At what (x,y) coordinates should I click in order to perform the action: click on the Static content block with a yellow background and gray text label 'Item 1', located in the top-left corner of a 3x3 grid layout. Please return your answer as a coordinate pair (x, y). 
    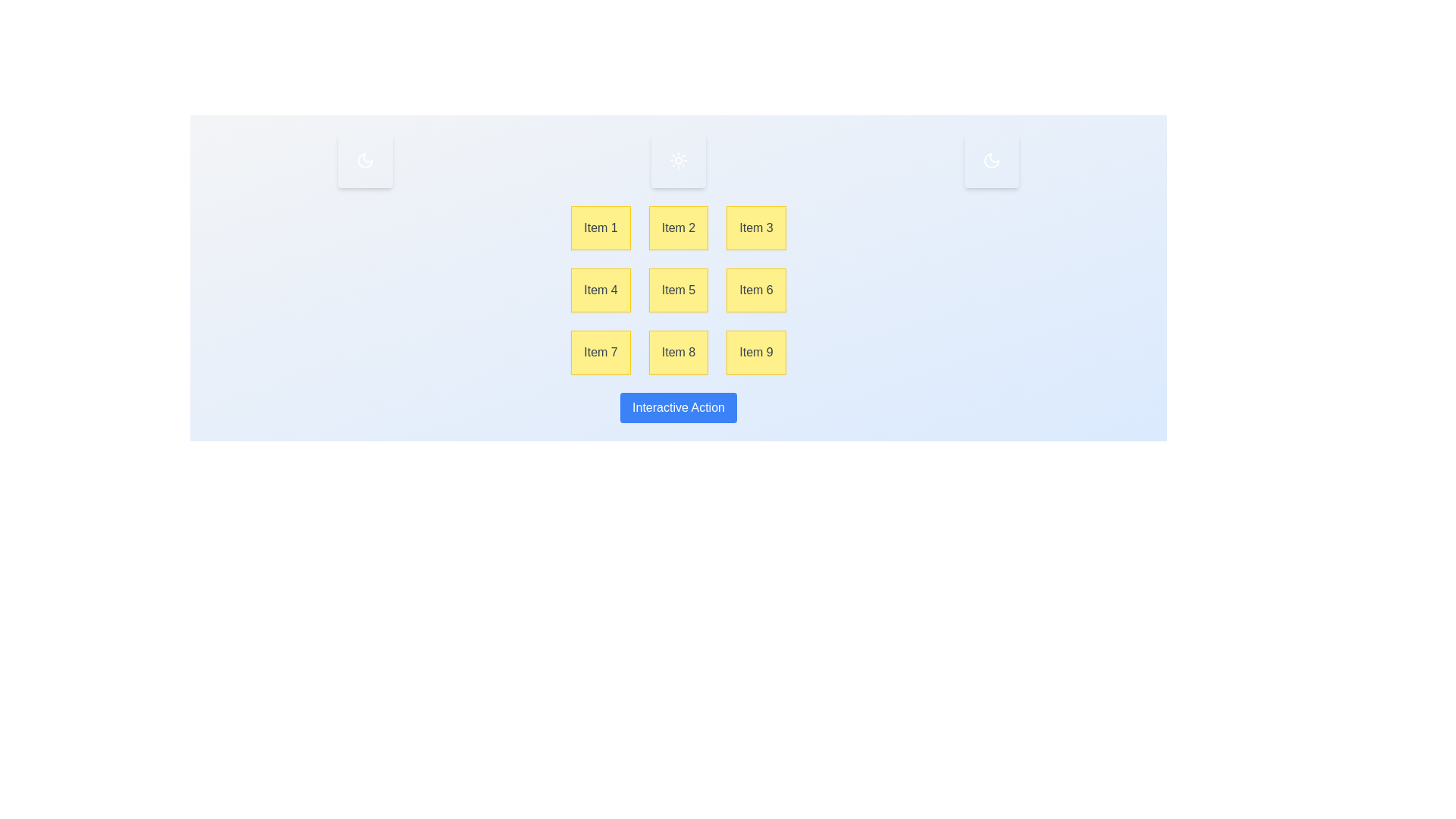
    Looking at the image, I should click on (600, 227).